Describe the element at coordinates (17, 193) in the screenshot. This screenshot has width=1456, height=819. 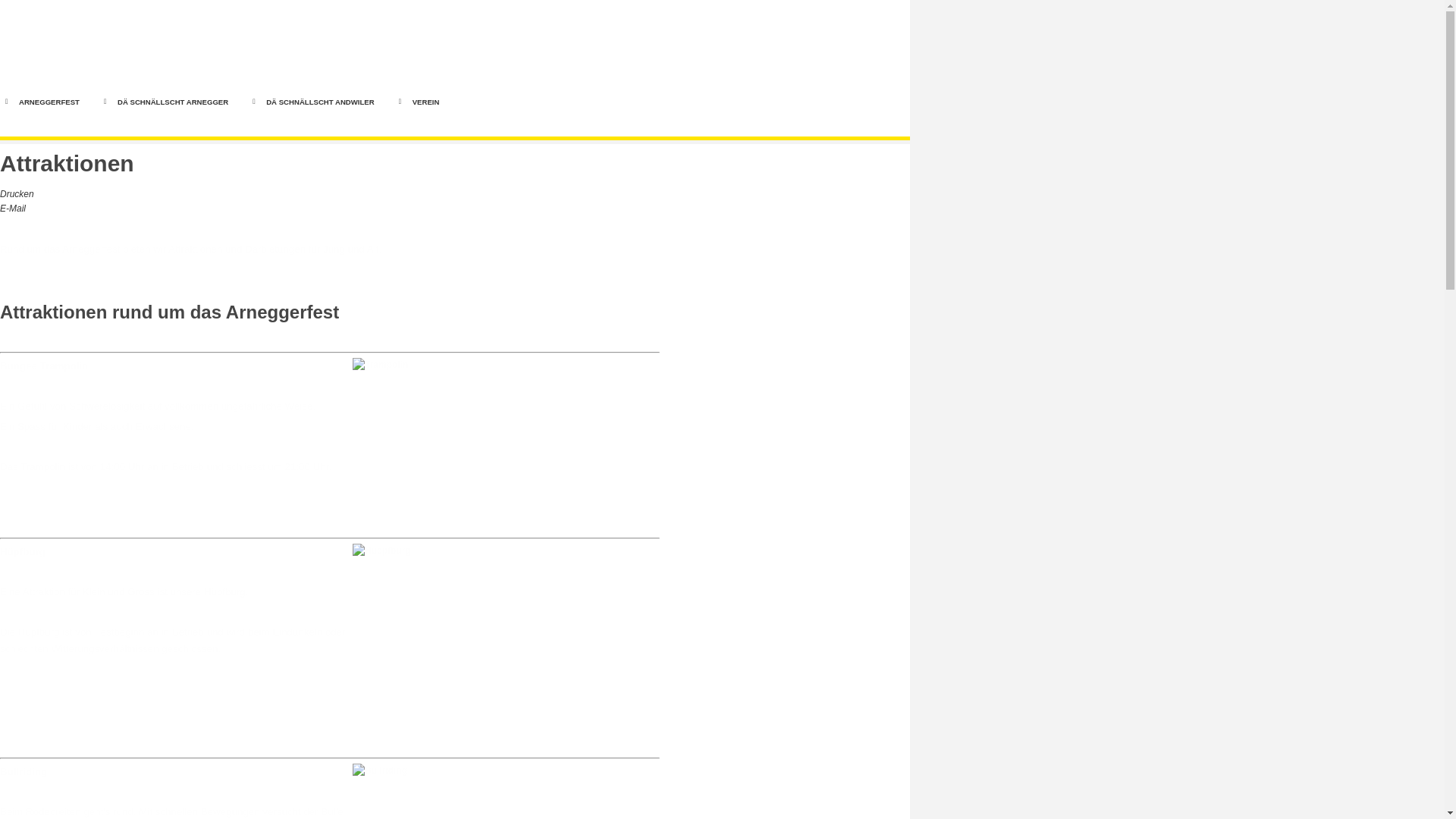
I see `'Drucken'` at that location.